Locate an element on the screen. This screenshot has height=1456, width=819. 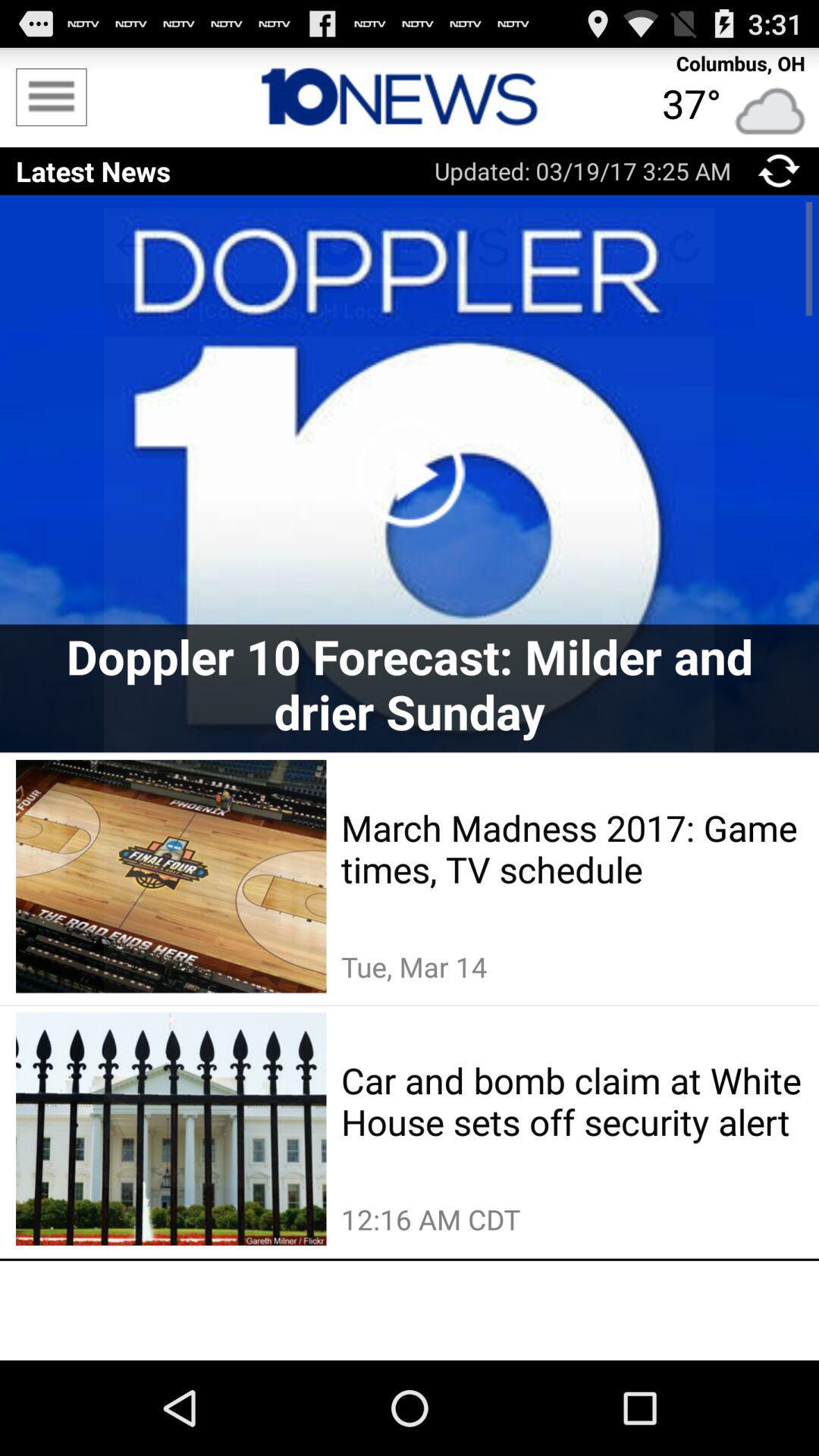
home page is located at coordinates (409, 96).